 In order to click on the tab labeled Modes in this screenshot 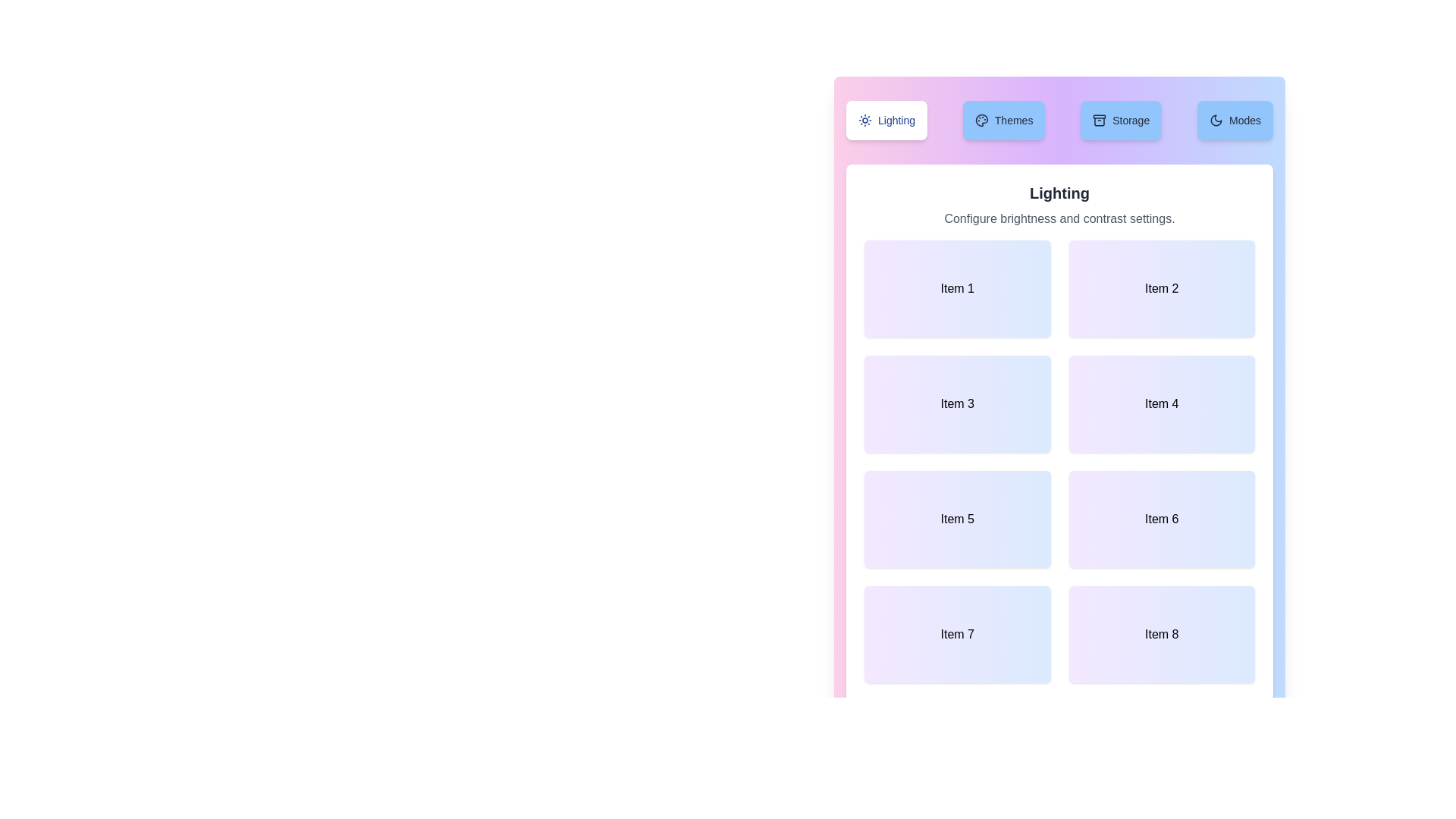, I will do `click(1235, 119)`.